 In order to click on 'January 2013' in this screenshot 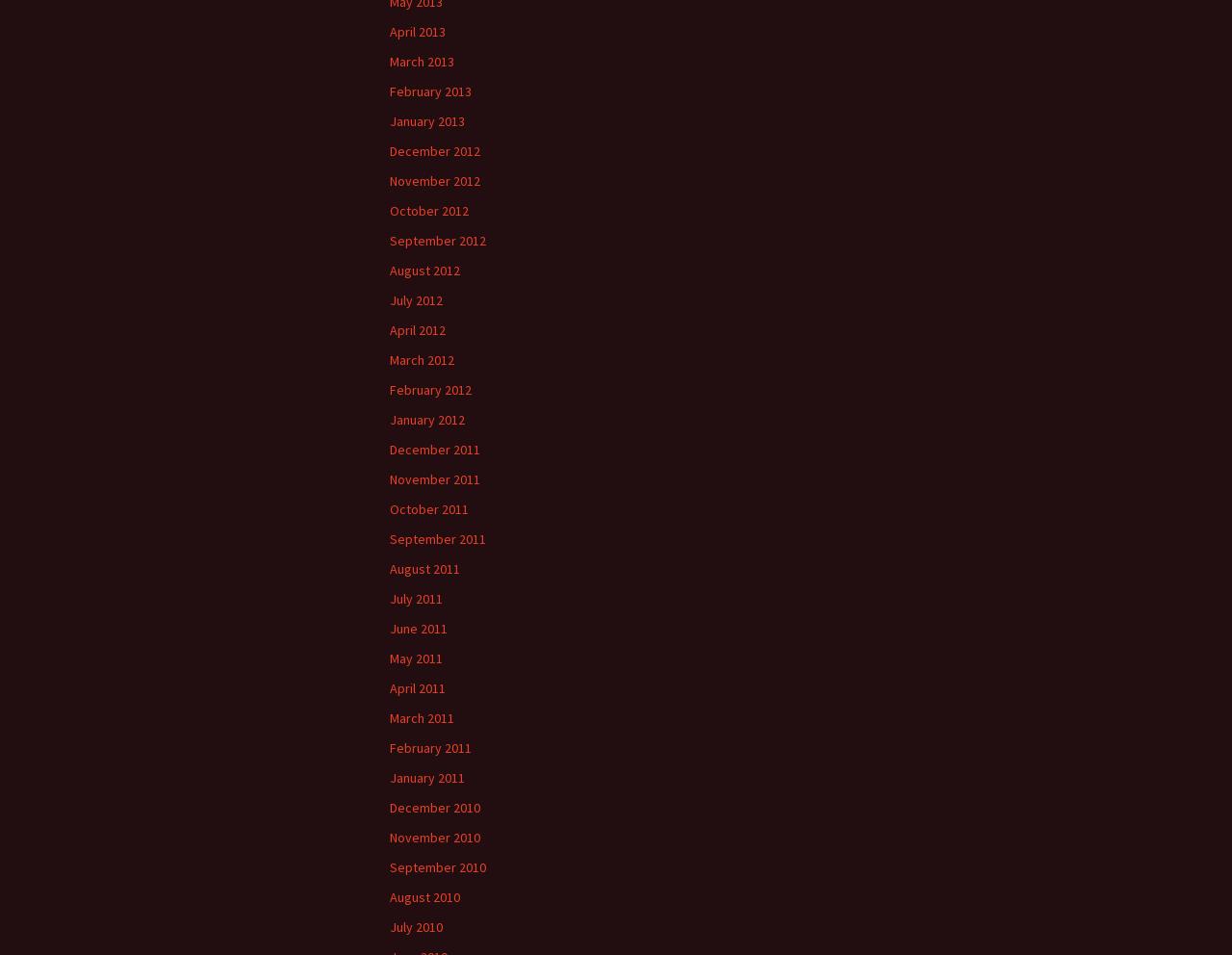, I will do `click(426, 120)`.